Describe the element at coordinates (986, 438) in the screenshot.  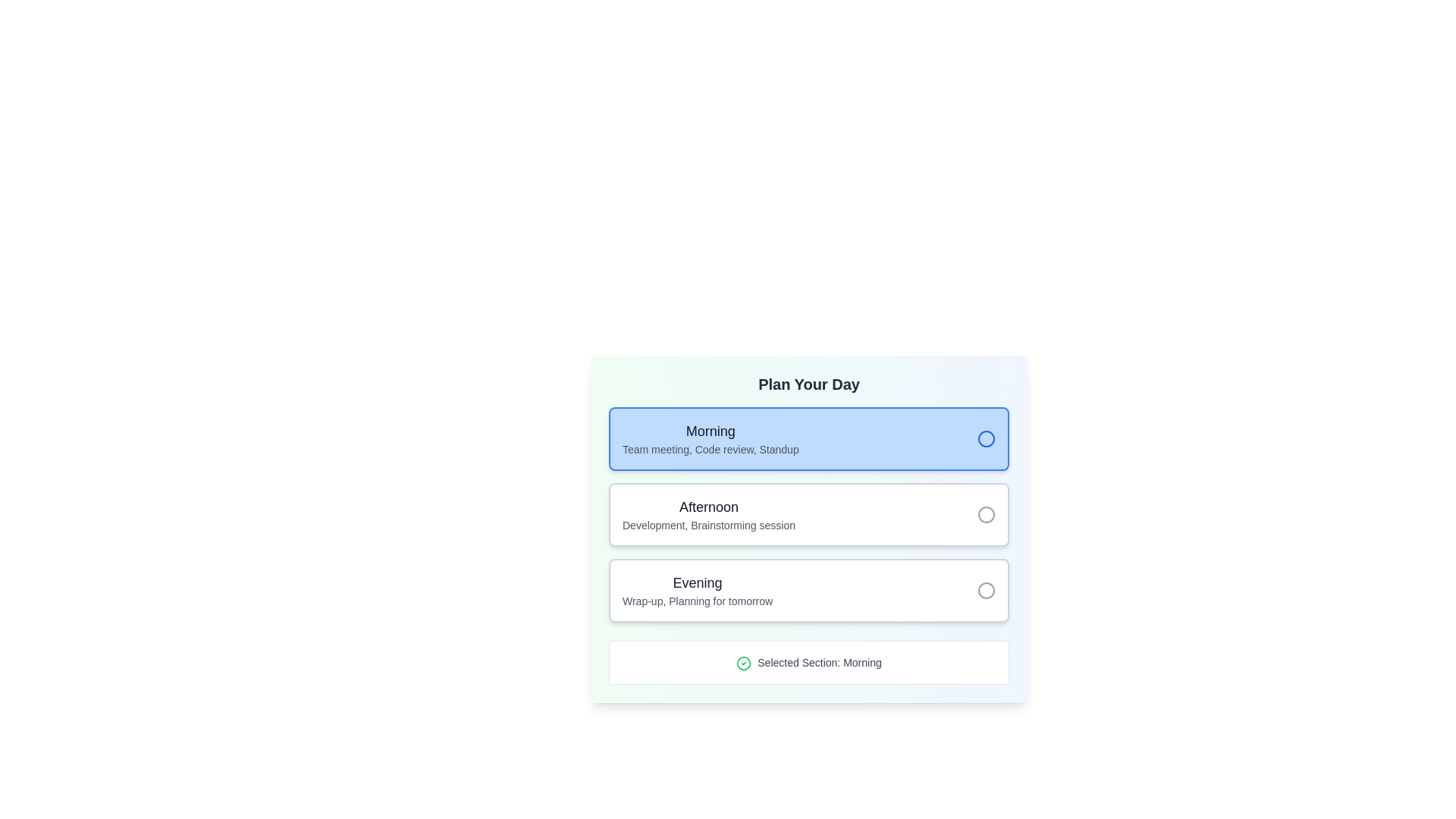
I see `the circular graphical element in the top-right corner of the blue section labeled 'Morning', which indicates a selection or an active state` at that location.